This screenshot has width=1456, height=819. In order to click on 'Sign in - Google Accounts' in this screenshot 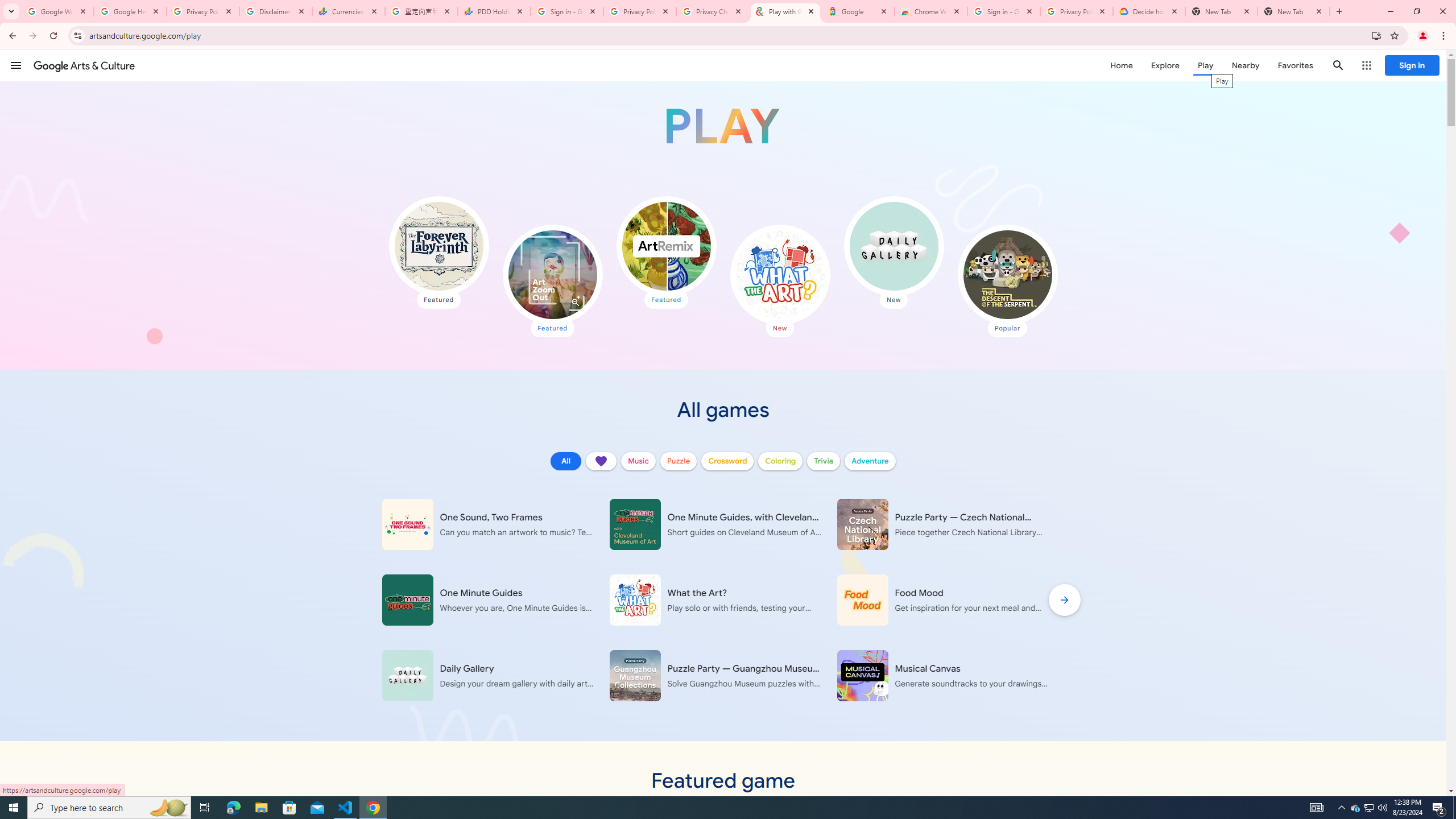, I will do `click(1004, 11)`.